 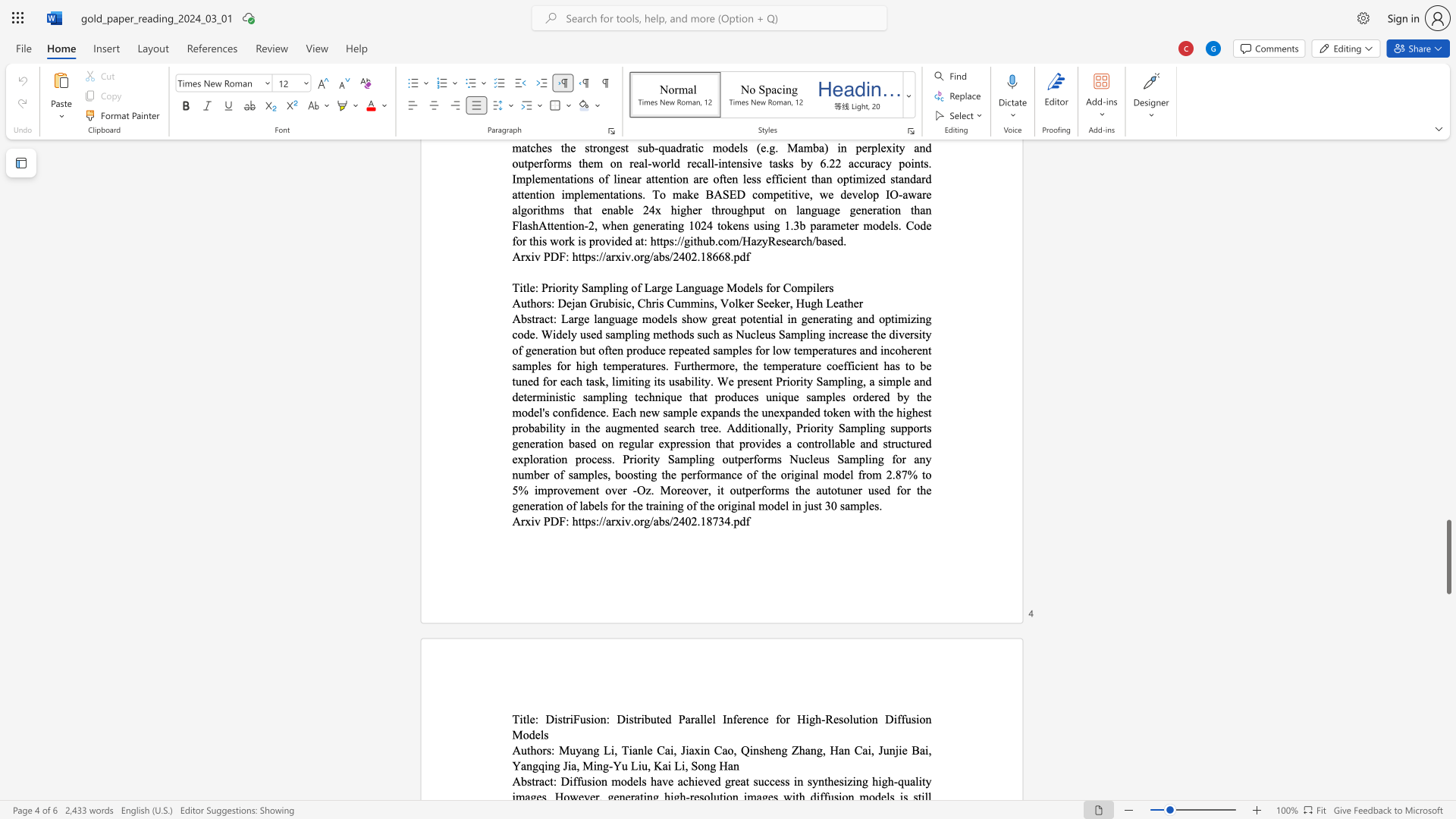 What do you see at coordinates (1448, 180) in the screenshot?
I see `the scrollbar to scroll the page up` at bounding box center [1448, 180].